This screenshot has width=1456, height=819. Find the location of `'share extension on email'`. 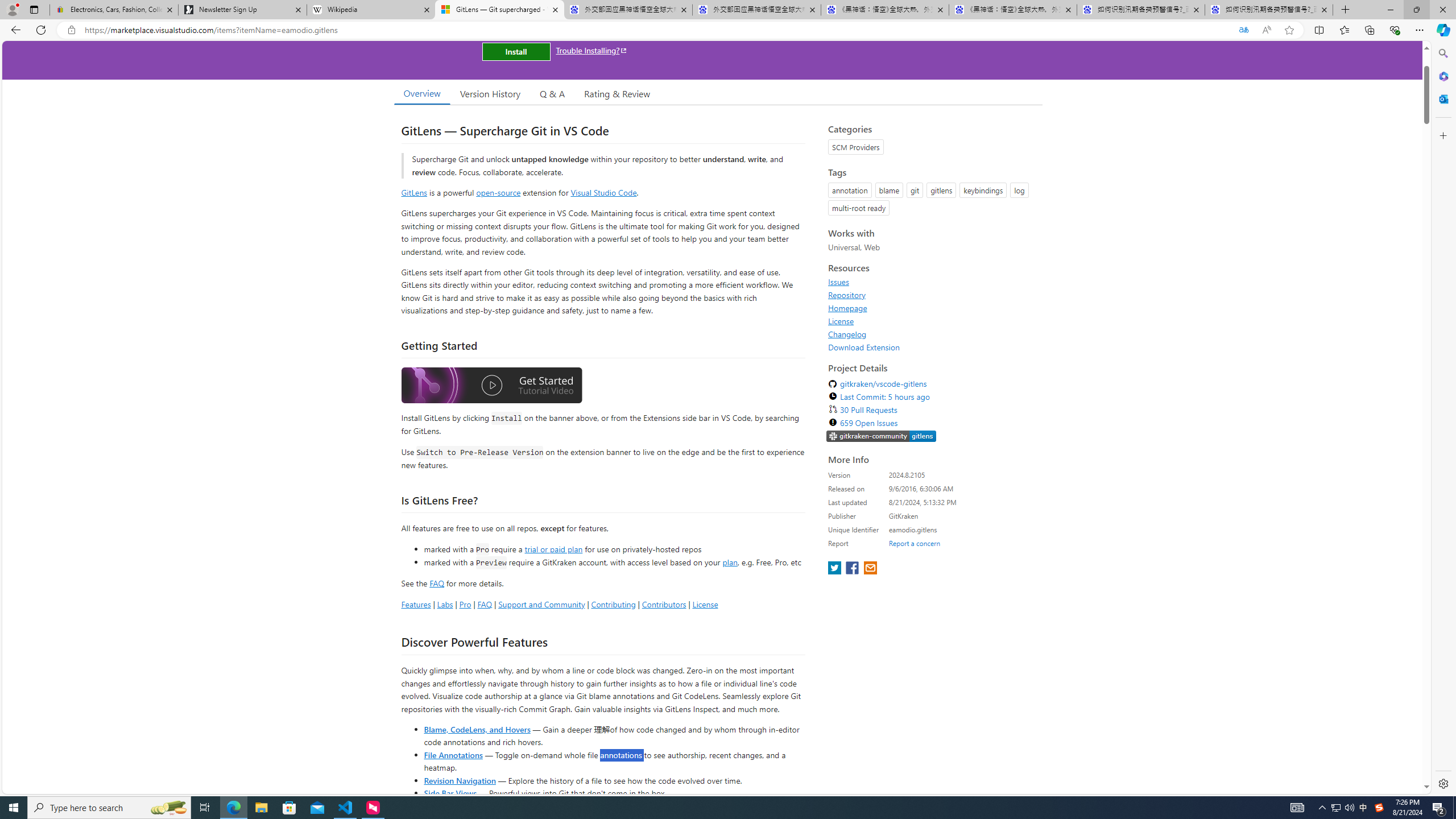

'share extension on email' is located at coordinates (869, 568).